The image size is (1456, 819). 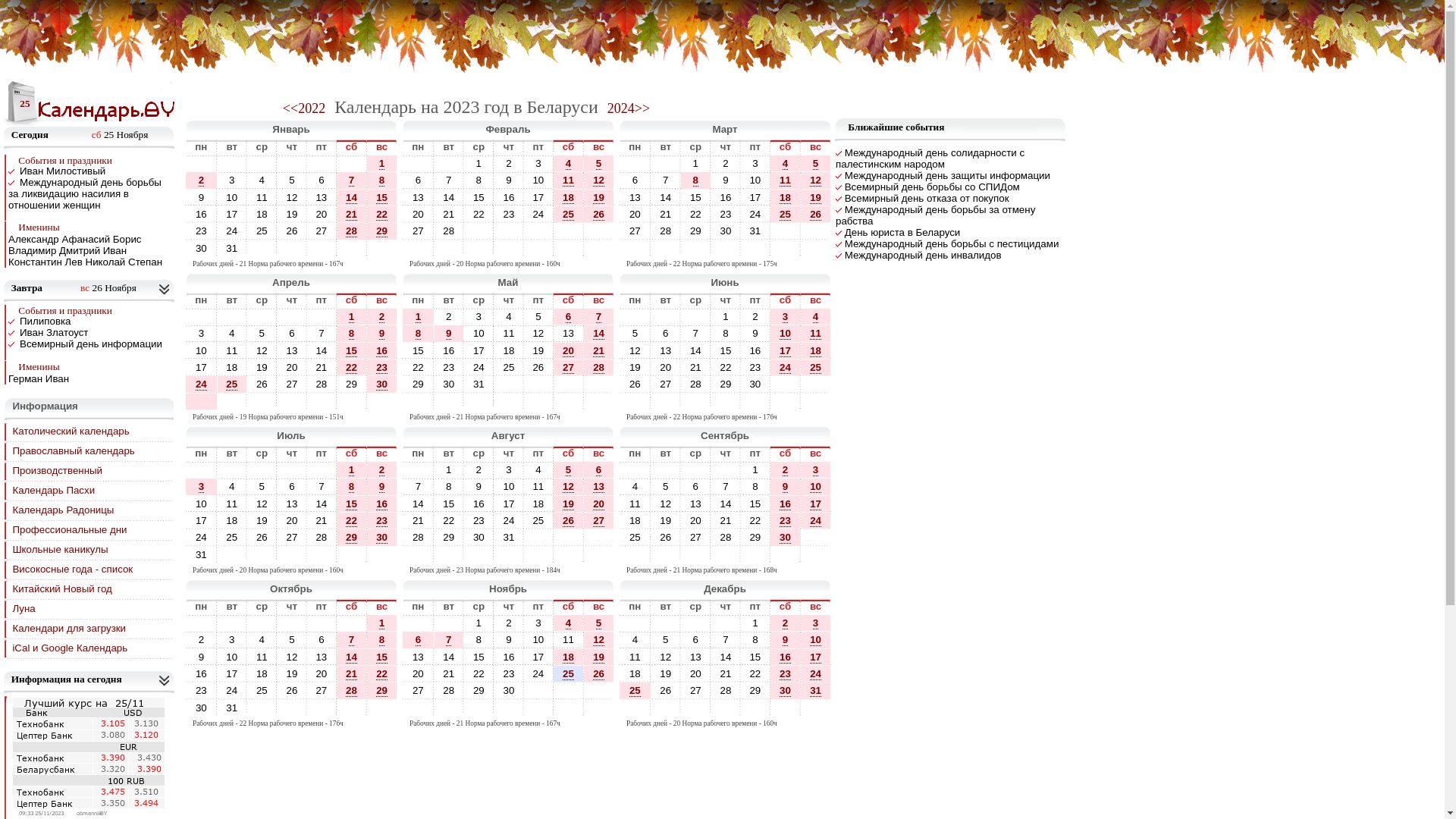 I want to click on '4', so click(x=567, y=163).